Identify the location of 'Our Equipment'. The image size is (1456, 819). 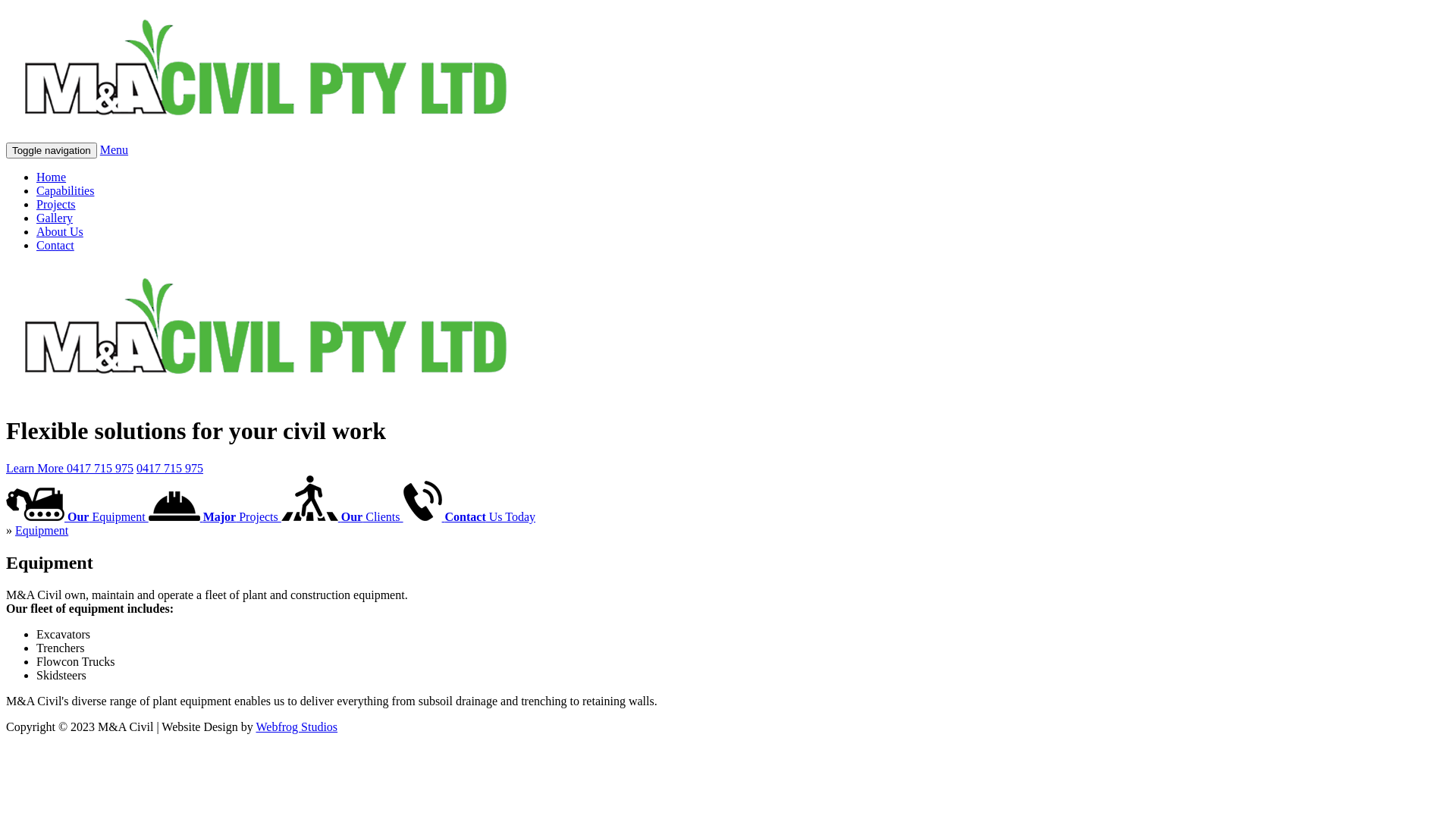
(76, 516).